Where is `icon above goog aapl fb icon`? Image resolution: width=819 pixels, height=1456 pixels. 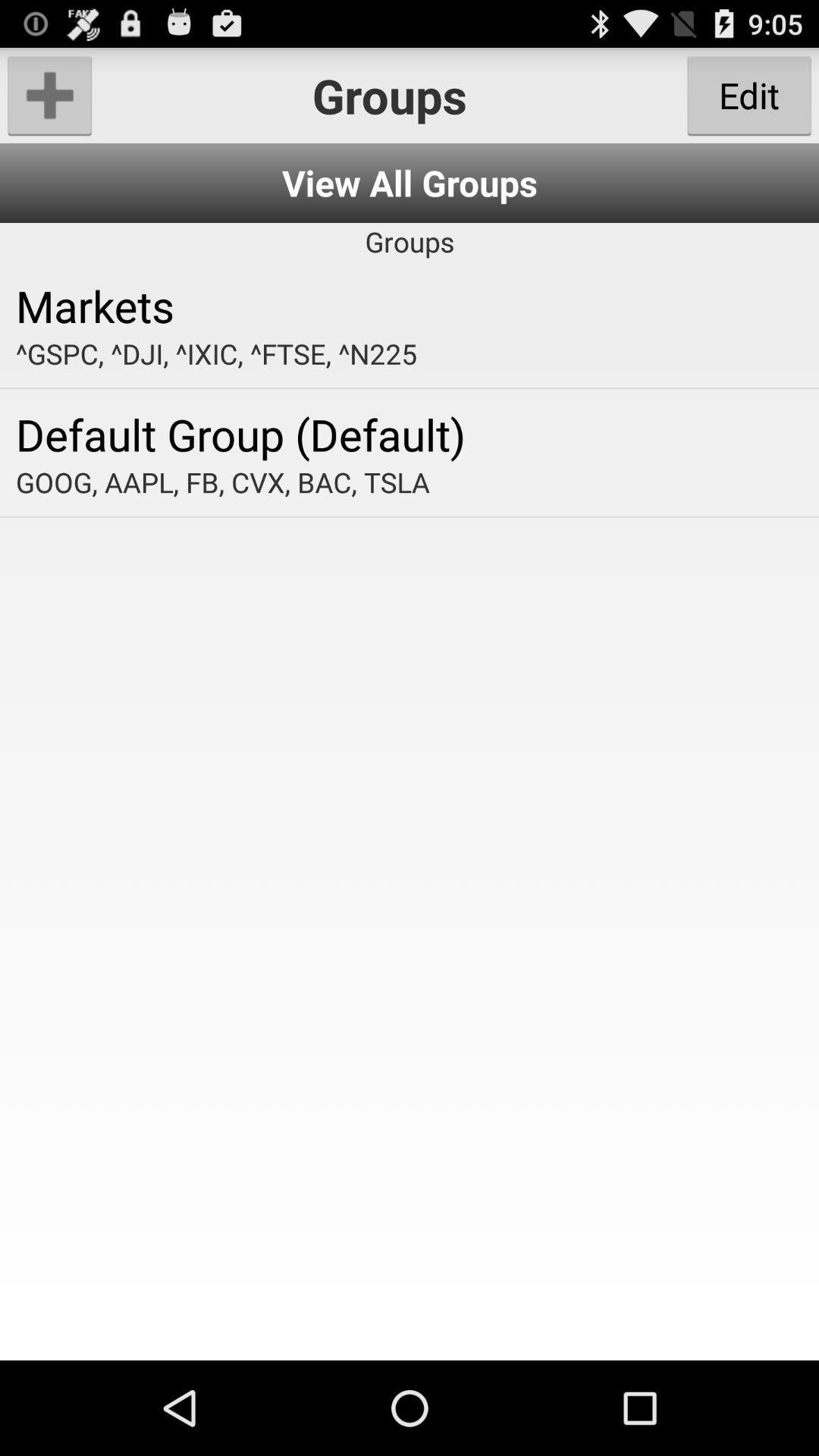 icon above goog aapl fb icon is located at coordinates (409, 433).